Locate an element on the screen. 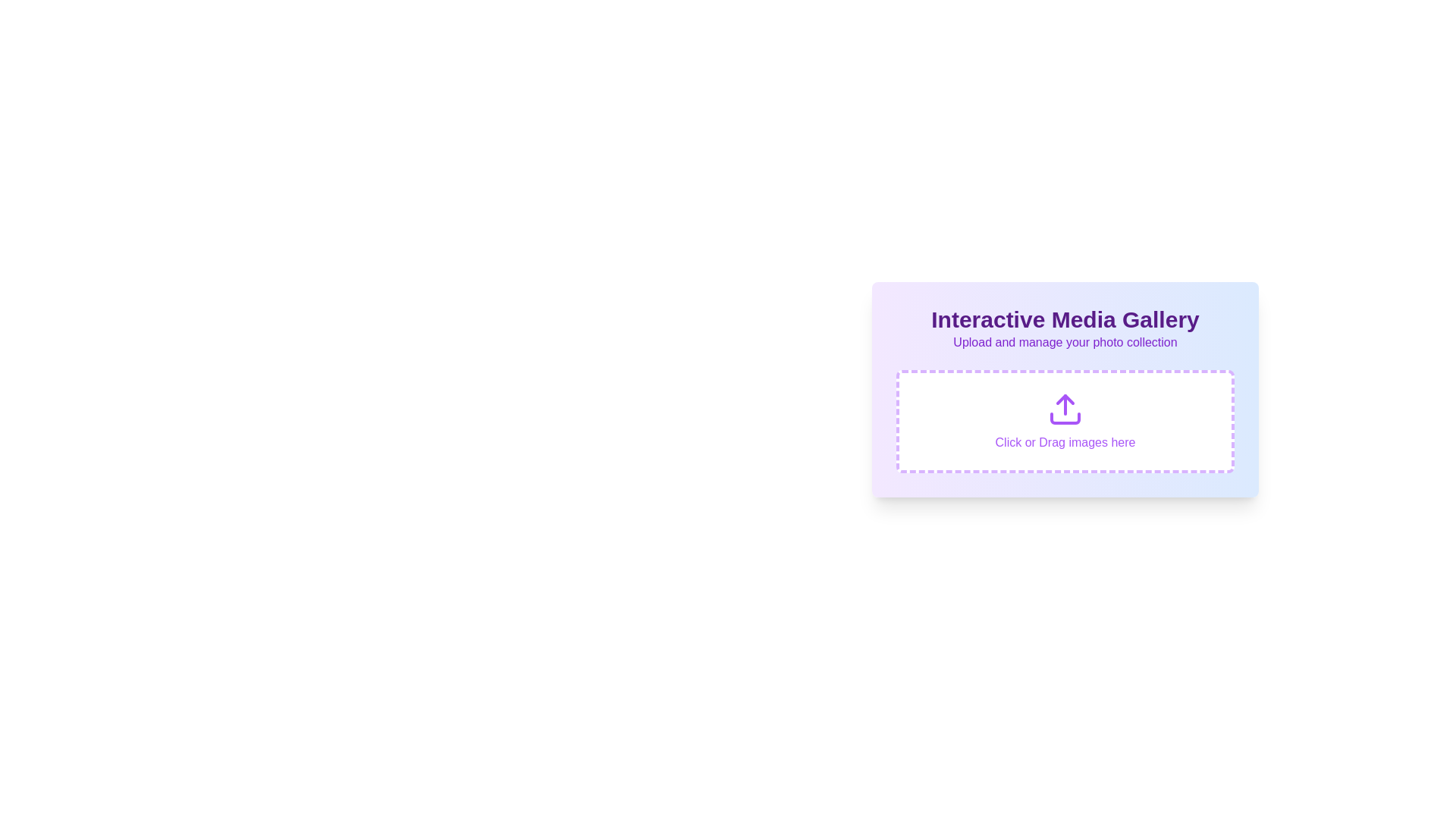 This screenshot has height=819, width=1456. the text header 'Interactive Media Gallery', which is prominently styled in a large bold font with a purple hue, located at the upper part of a rectangular card component is located at coordinates (1065, 318).